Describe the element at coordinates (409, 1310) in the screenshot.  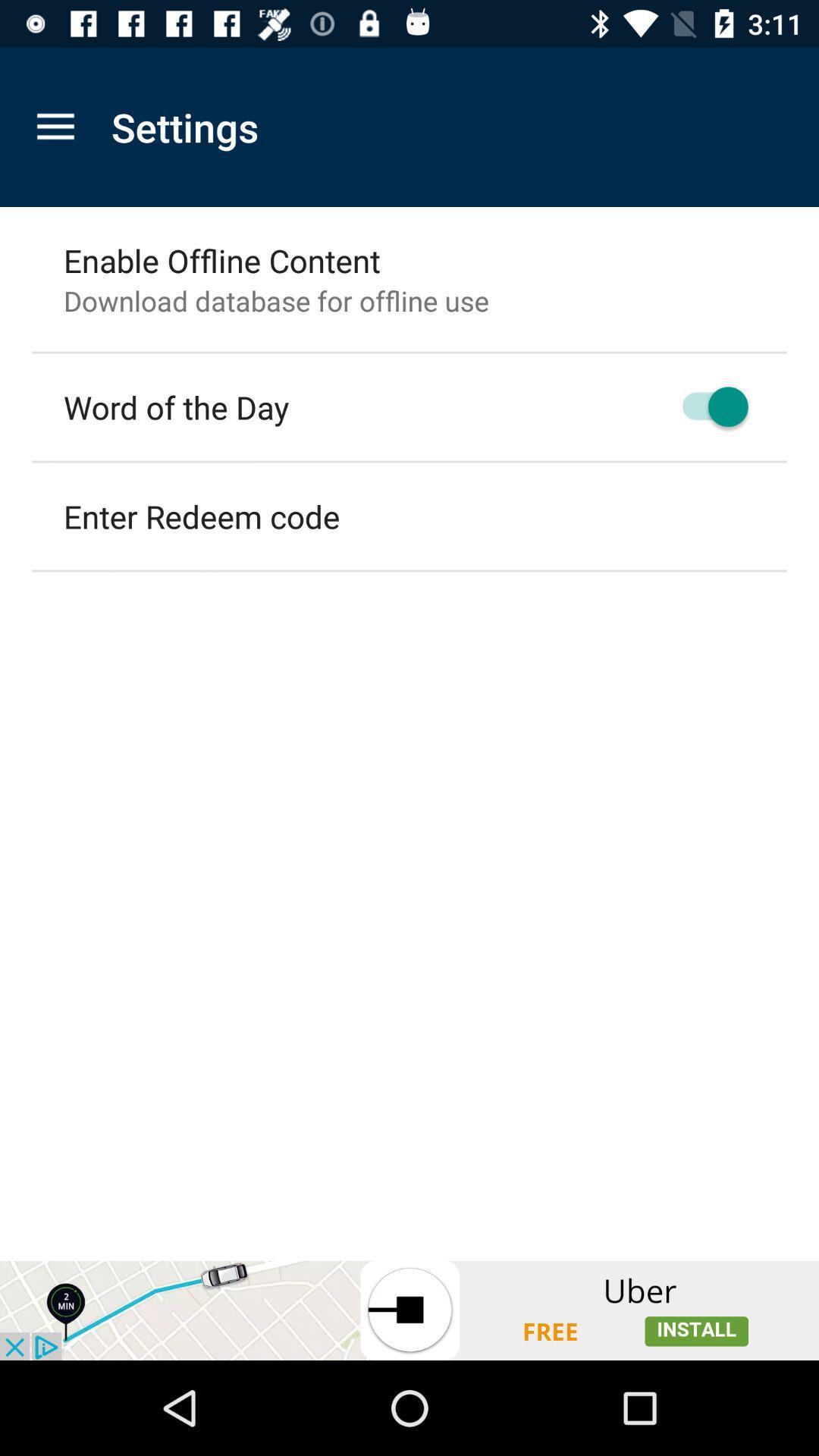
I see `advertisement` at that location.